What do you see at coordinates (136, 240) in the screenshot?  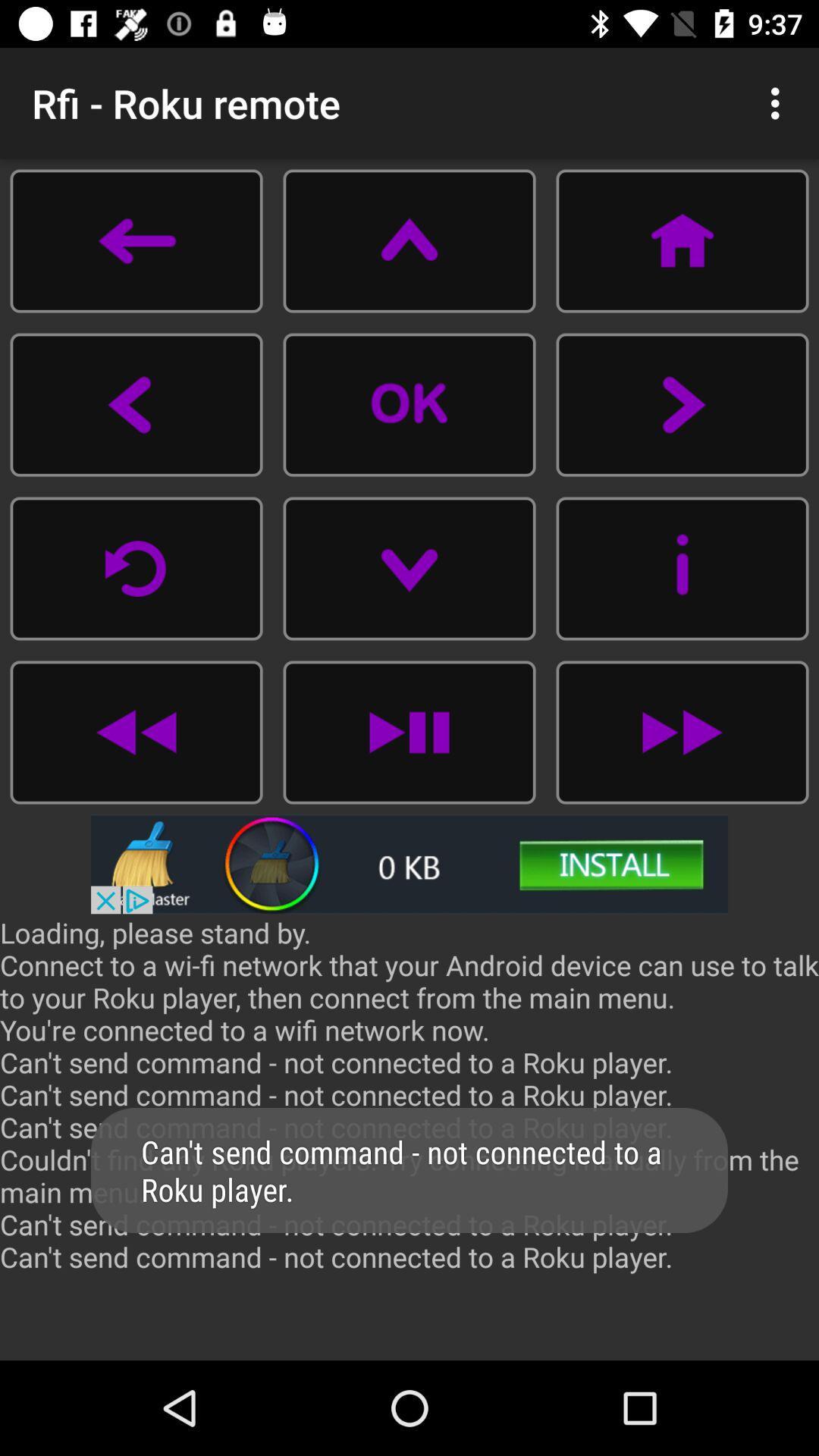 I see `the arrow_backward icon` at bounding box center [136, 240].